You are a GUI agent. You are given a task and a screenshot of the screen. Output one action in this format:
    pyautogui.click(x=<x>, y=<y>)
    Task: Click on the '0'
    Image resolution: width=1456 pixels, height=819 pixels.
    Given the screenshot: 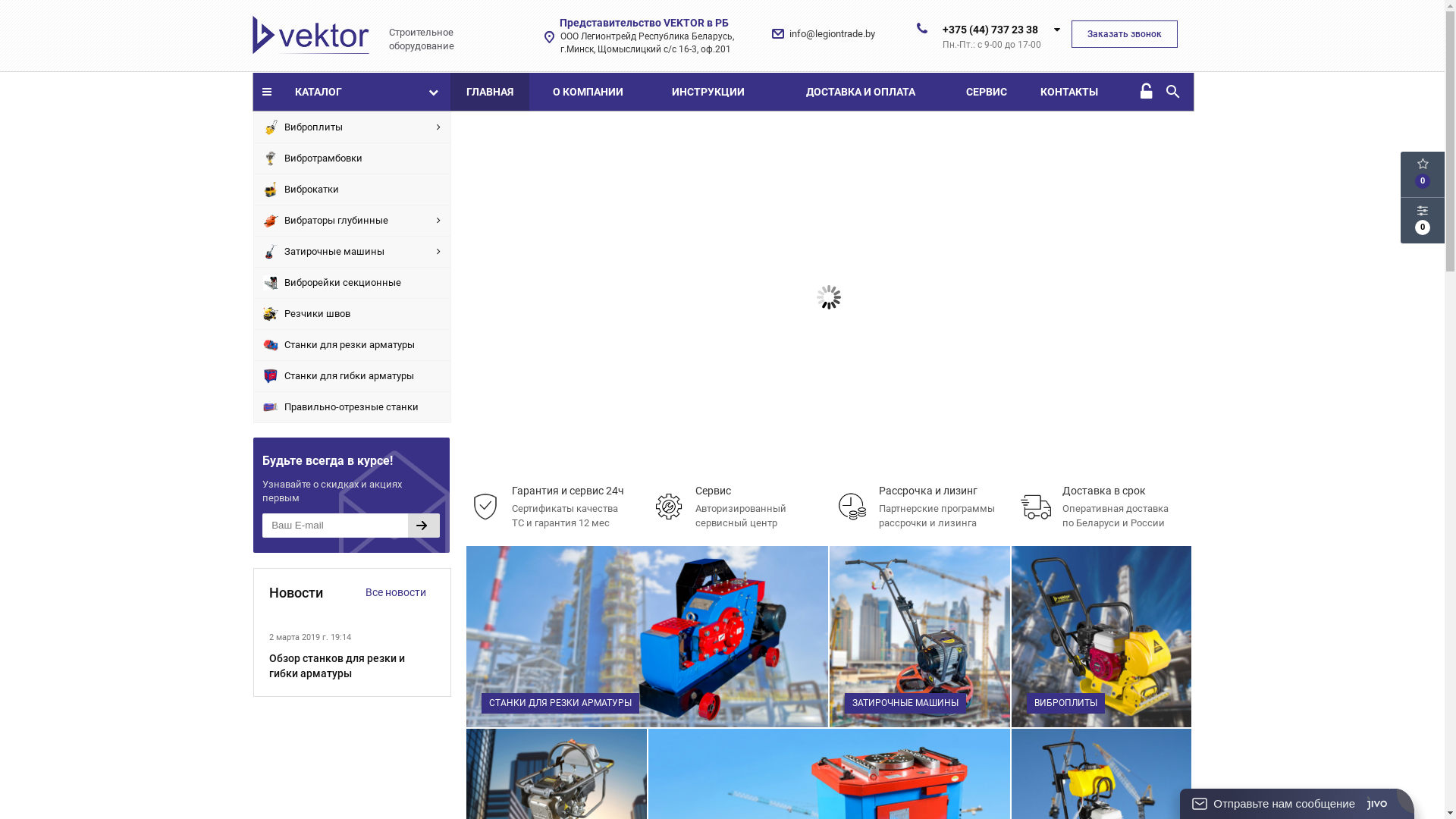 What is the action you would take?
    pyautogui.click(x=1400, y=220)
    